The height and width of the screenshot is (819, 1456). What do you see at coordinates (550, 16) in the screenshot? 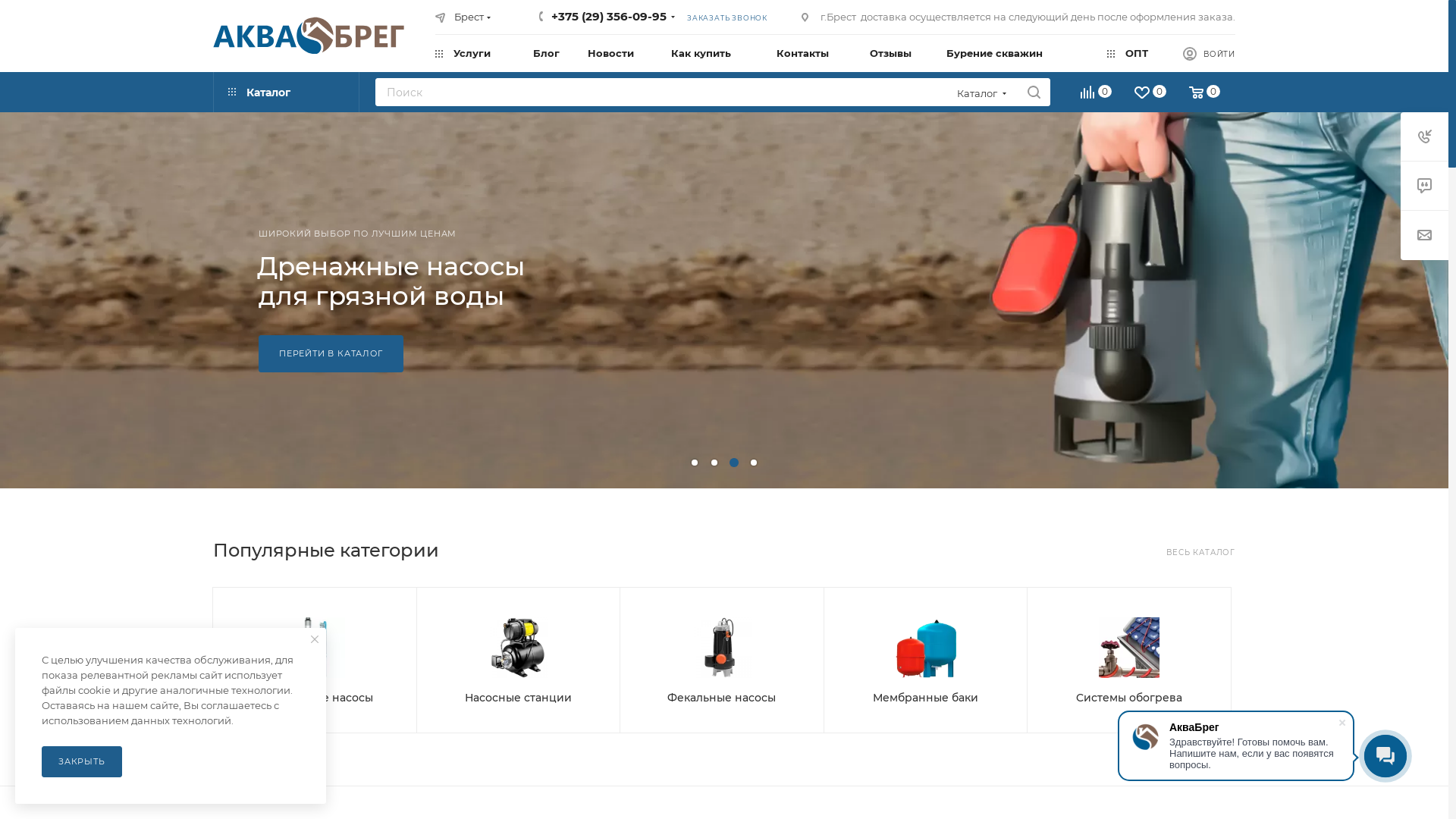
I see `'+375 (29) 356-09-95'` at bounding box center [550, 16].